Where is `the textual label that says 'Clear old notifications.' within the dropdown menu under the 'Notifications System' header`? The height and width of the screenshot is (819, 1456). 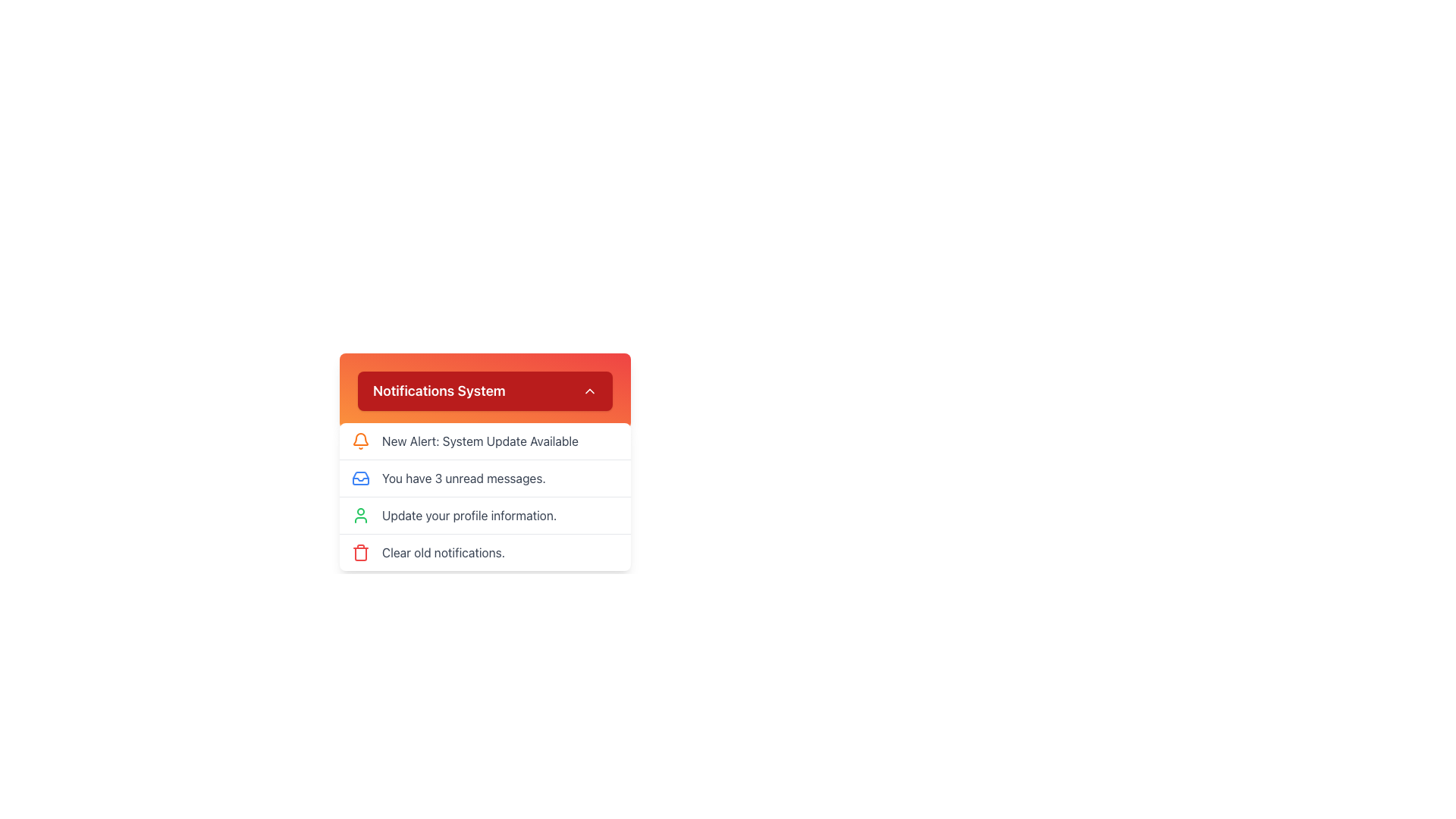 the textual label that says 'Clear old notifications.' within the dropdown menu under the 'Notifications System' header is located at coordinates (443, 553).